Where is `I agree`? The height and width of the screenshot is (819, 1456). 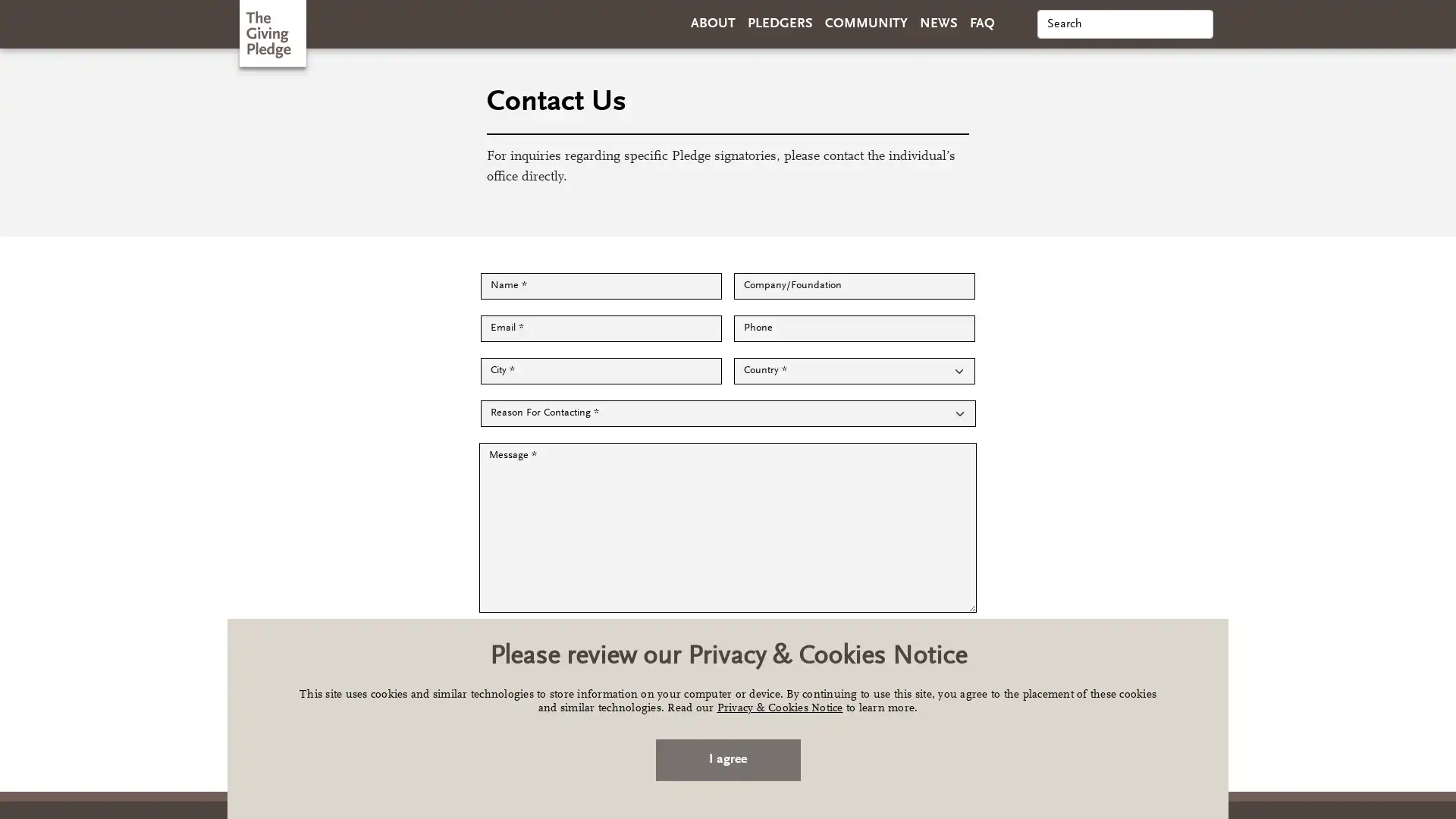
I agree is located at coordinates (726, 760).